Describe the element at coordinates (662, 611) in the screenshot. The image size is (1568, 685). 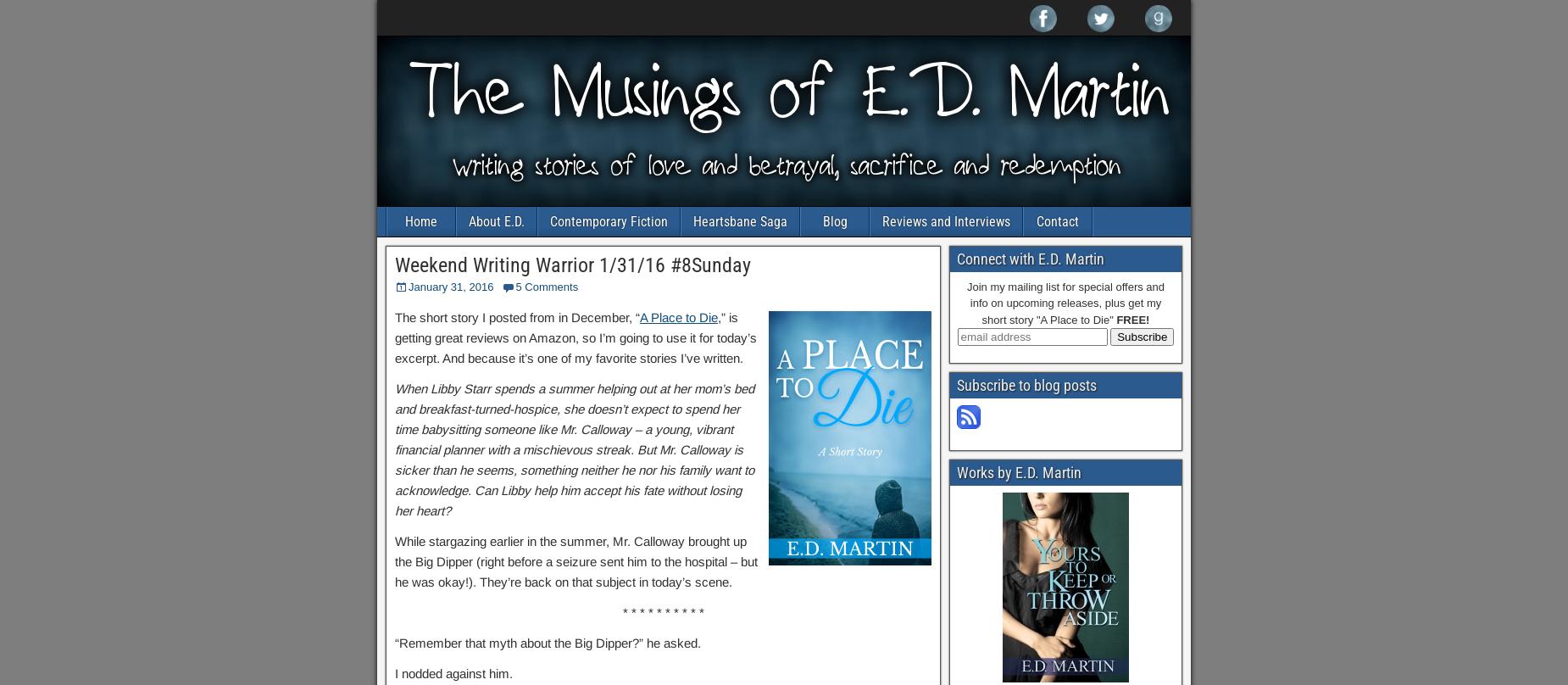
I see `'* * * * * * * * * *'` at that location.